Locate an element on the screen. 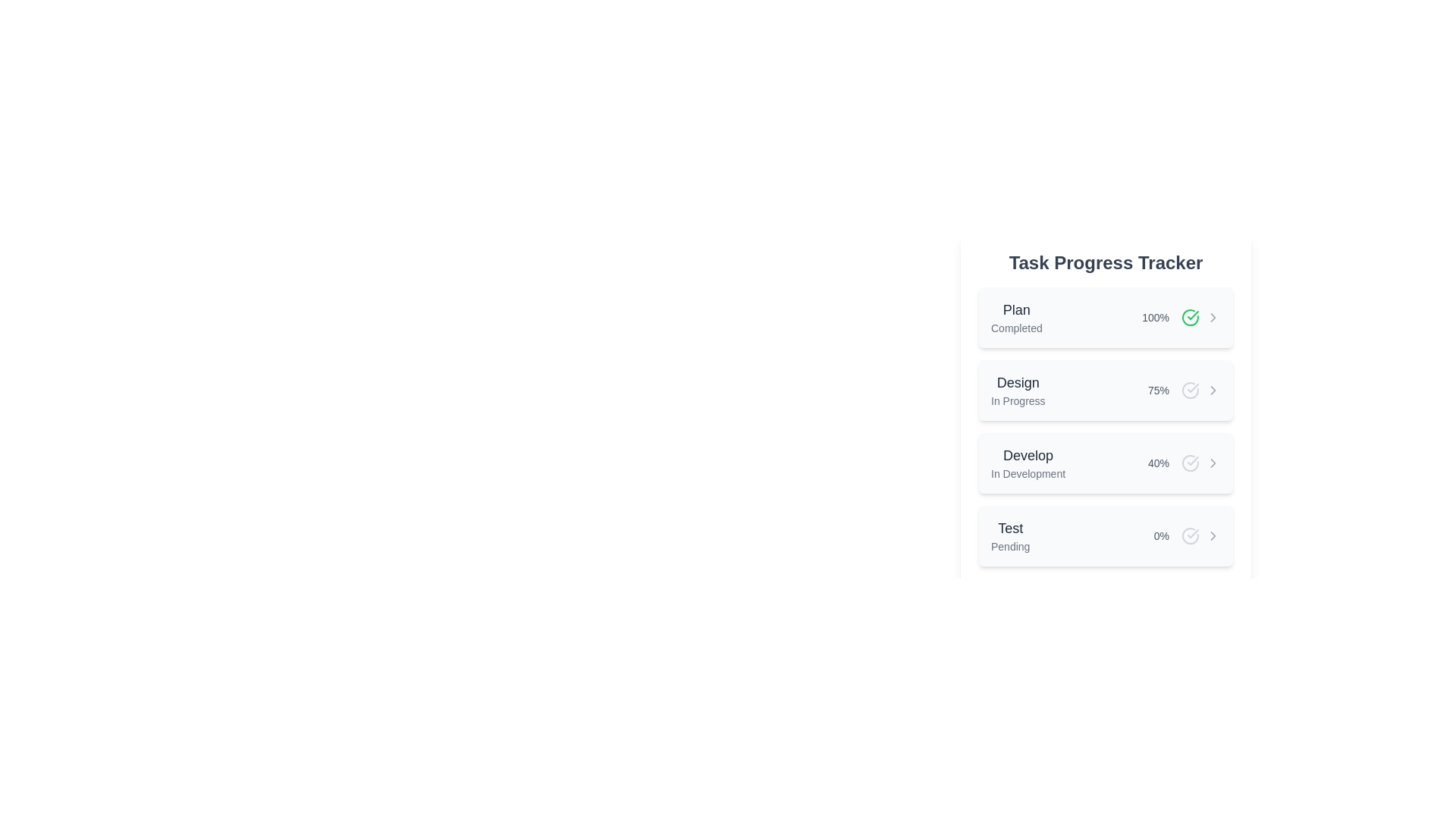  the percentage indicator label displaying '100%' in gray color, part of the 'Task Progress Tracker' module, located next to 'Plan Completed' is located at coordinates (1181, 317).